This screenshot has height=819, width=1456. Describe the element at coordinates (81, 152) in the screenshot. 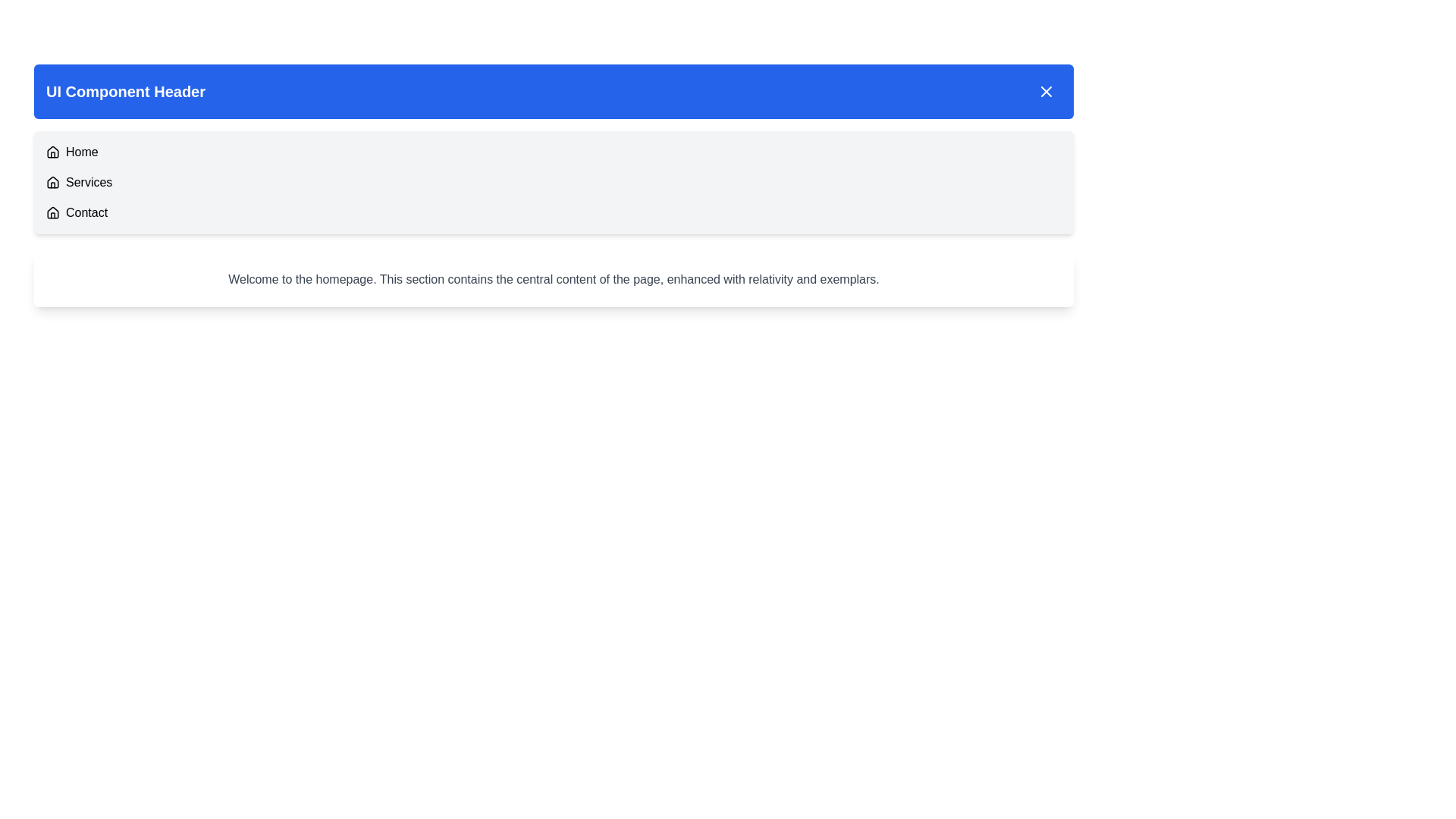

I see `the 'Home' text label to check for tooltip or underline effect` at that location.